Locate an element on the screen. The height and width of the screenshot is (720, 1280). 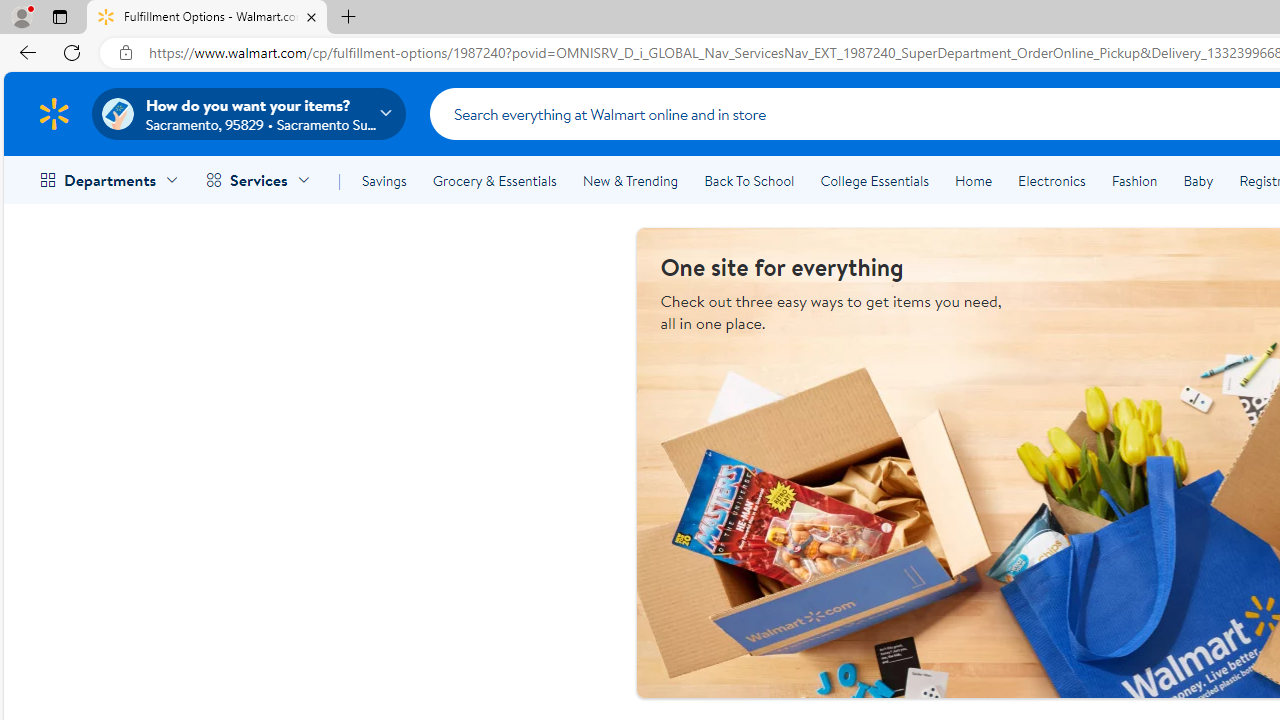
'Savings' is located at coordinates (384, 181).